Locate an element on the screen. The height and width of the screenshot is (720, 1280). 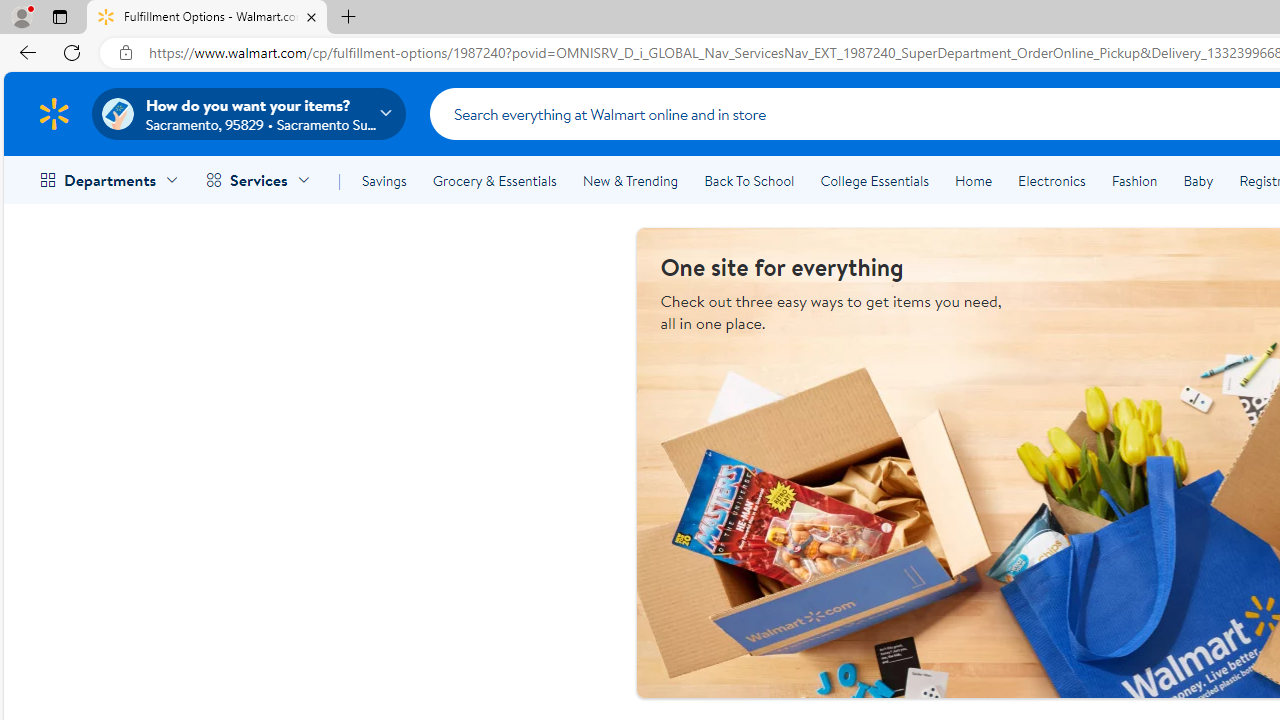
'Savings' is located at coordinates (384, 181).